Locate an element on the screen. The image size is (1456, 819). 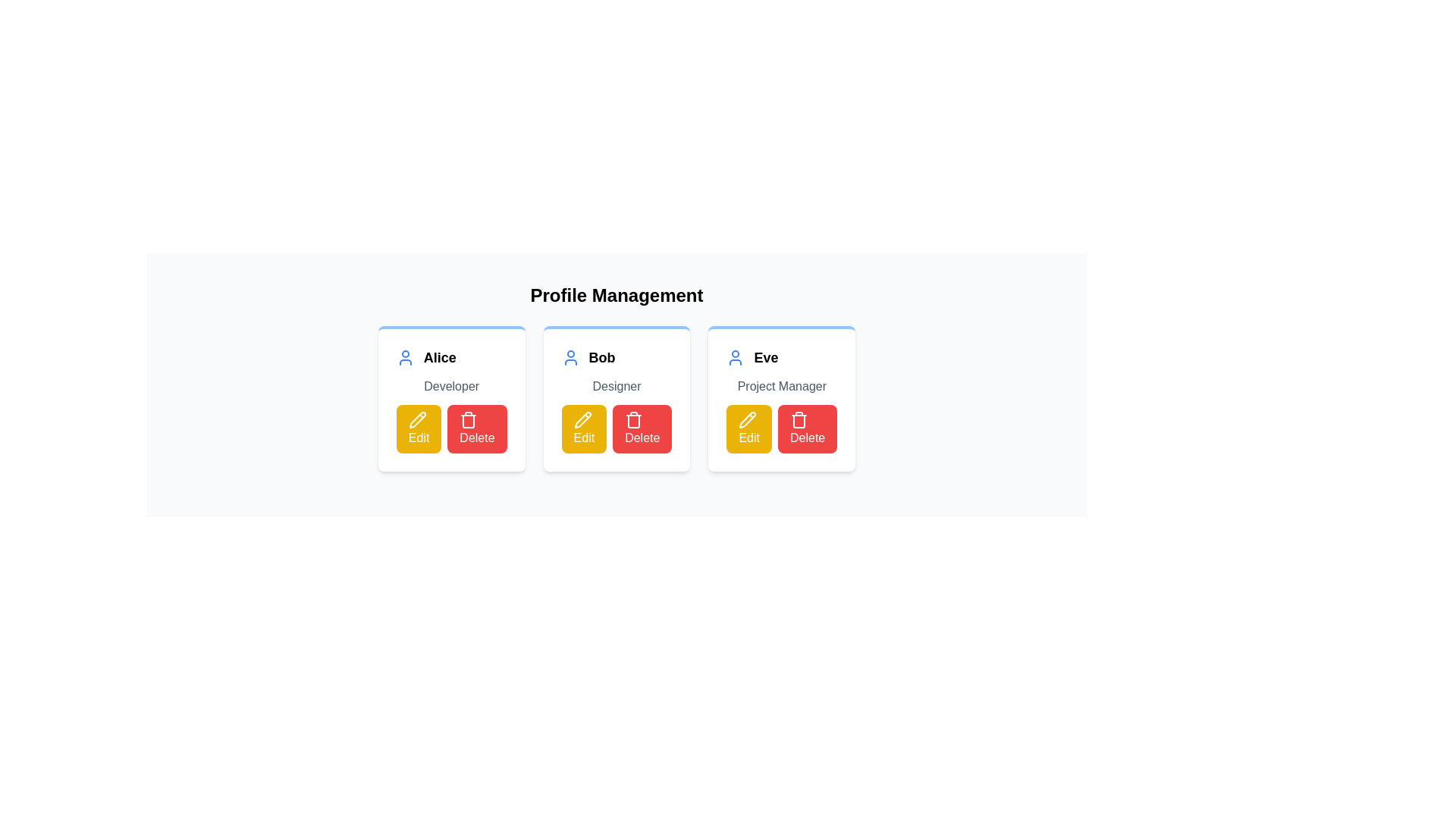
the pencil icon within the 'Edit' button located at the bottom left of the 'Alice' user card in the 'Profile Management' section is located at coordinates (417, 420).